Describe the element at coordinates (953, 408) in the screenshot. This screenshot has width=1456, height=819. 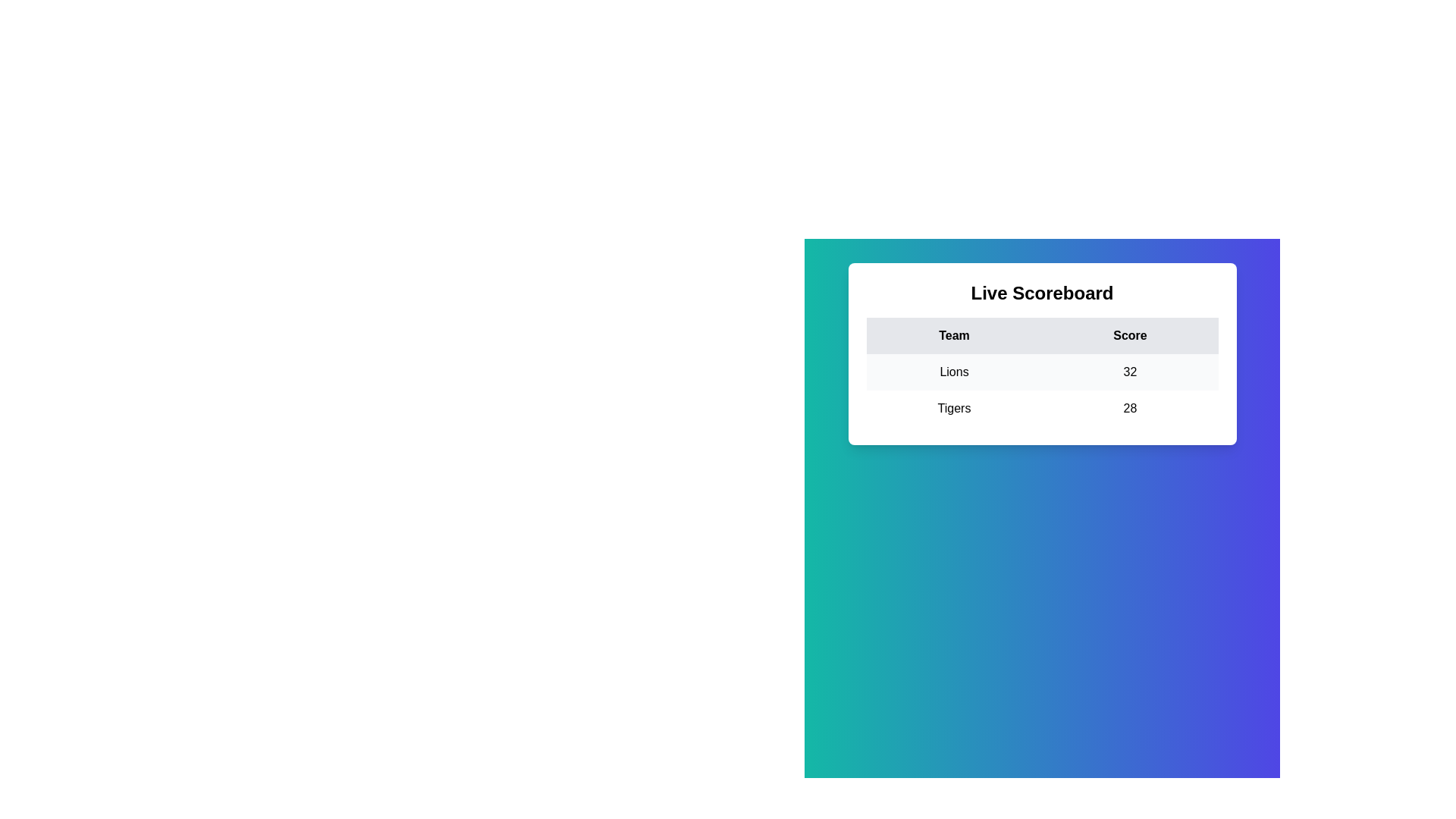
I see `the text label that identifies the team 'Tigers28' in the scoreboard under the 'Team' column` at that location.